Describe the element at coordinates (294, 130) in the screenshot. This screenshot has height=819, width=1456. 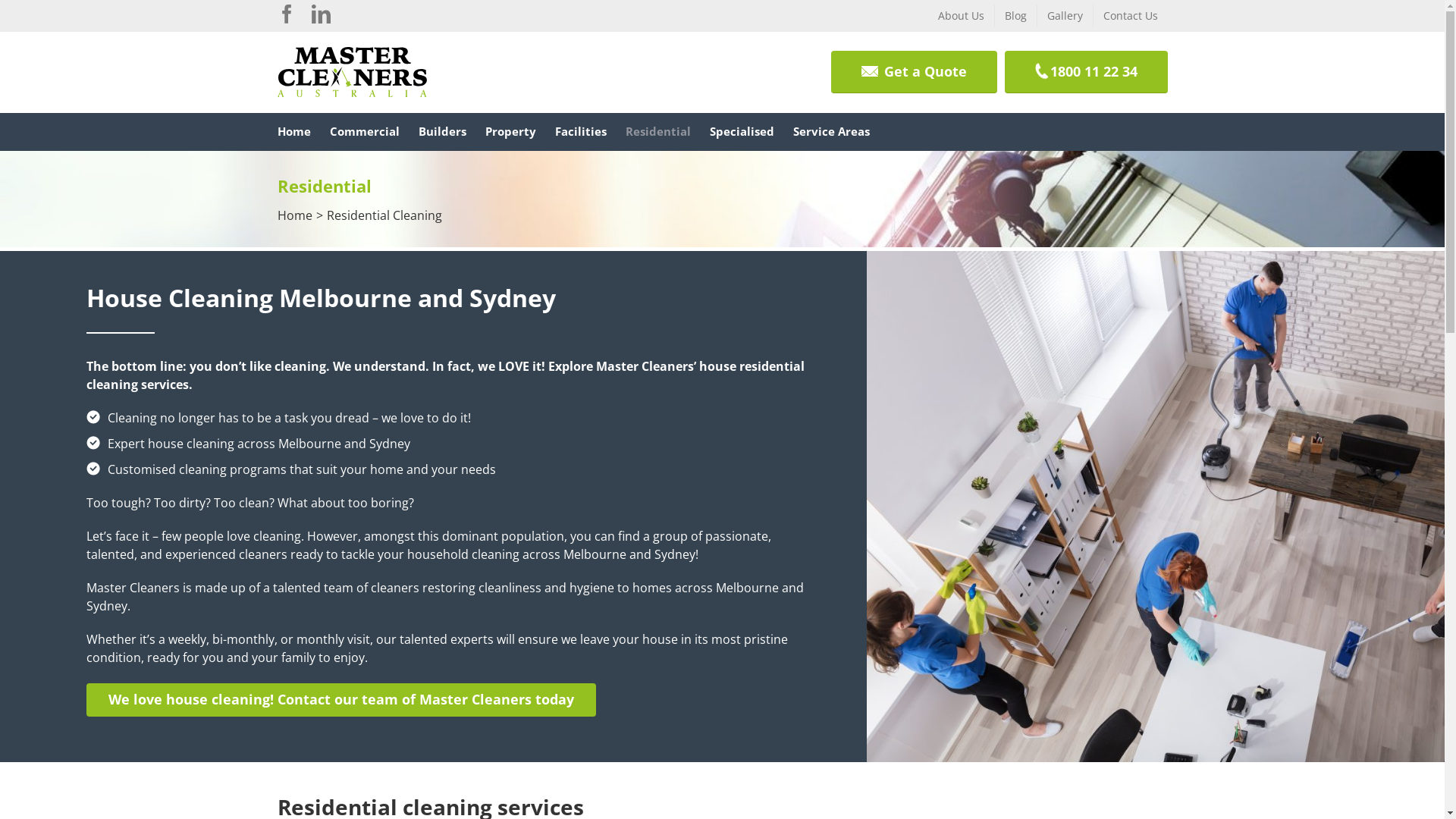
I see `'Home'` at that location.